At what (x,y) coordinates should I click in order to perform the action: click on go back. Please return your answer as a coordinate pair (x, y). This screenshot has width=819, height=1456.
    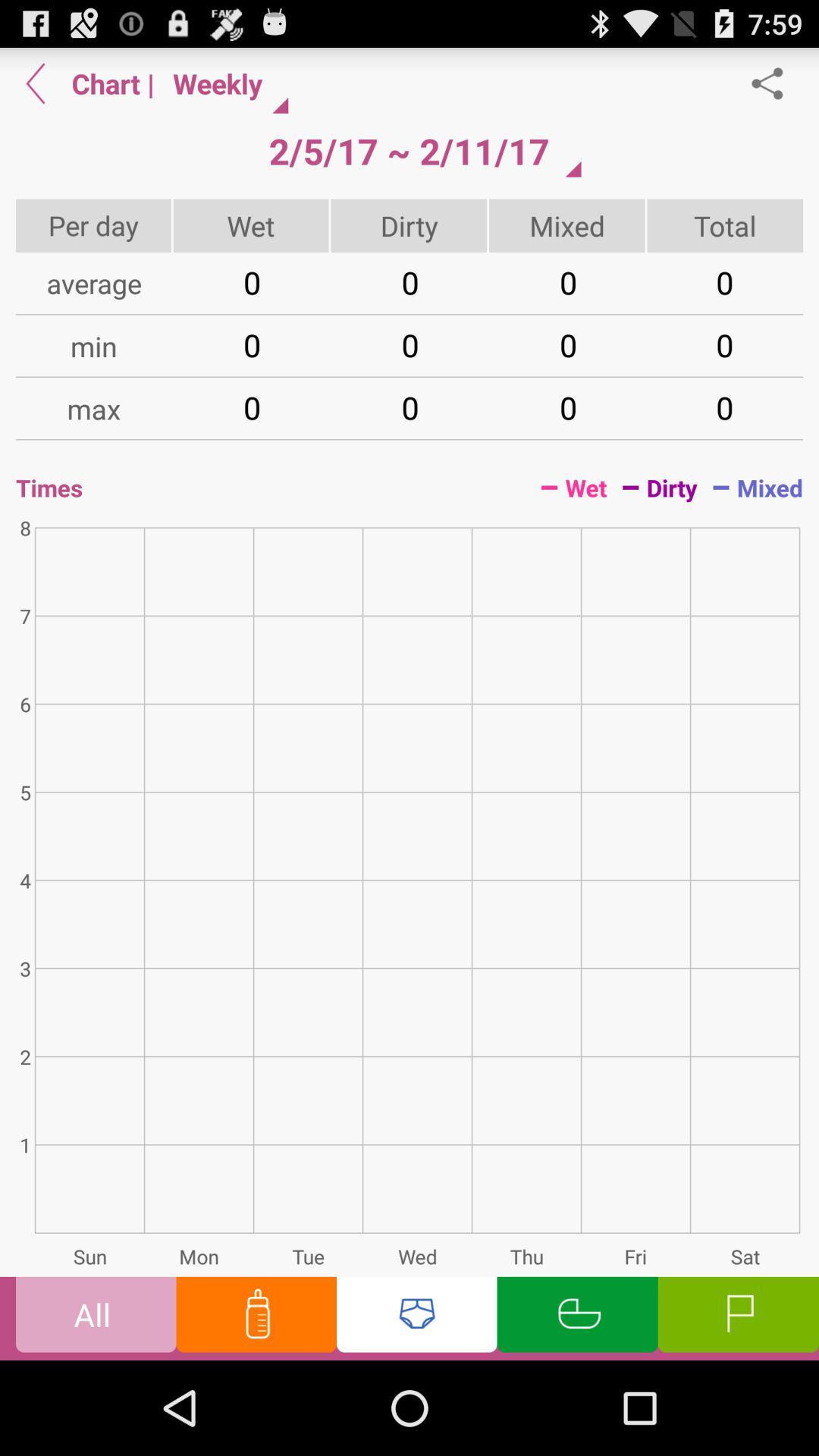
    Looking at the image, I should click on (35, 83).